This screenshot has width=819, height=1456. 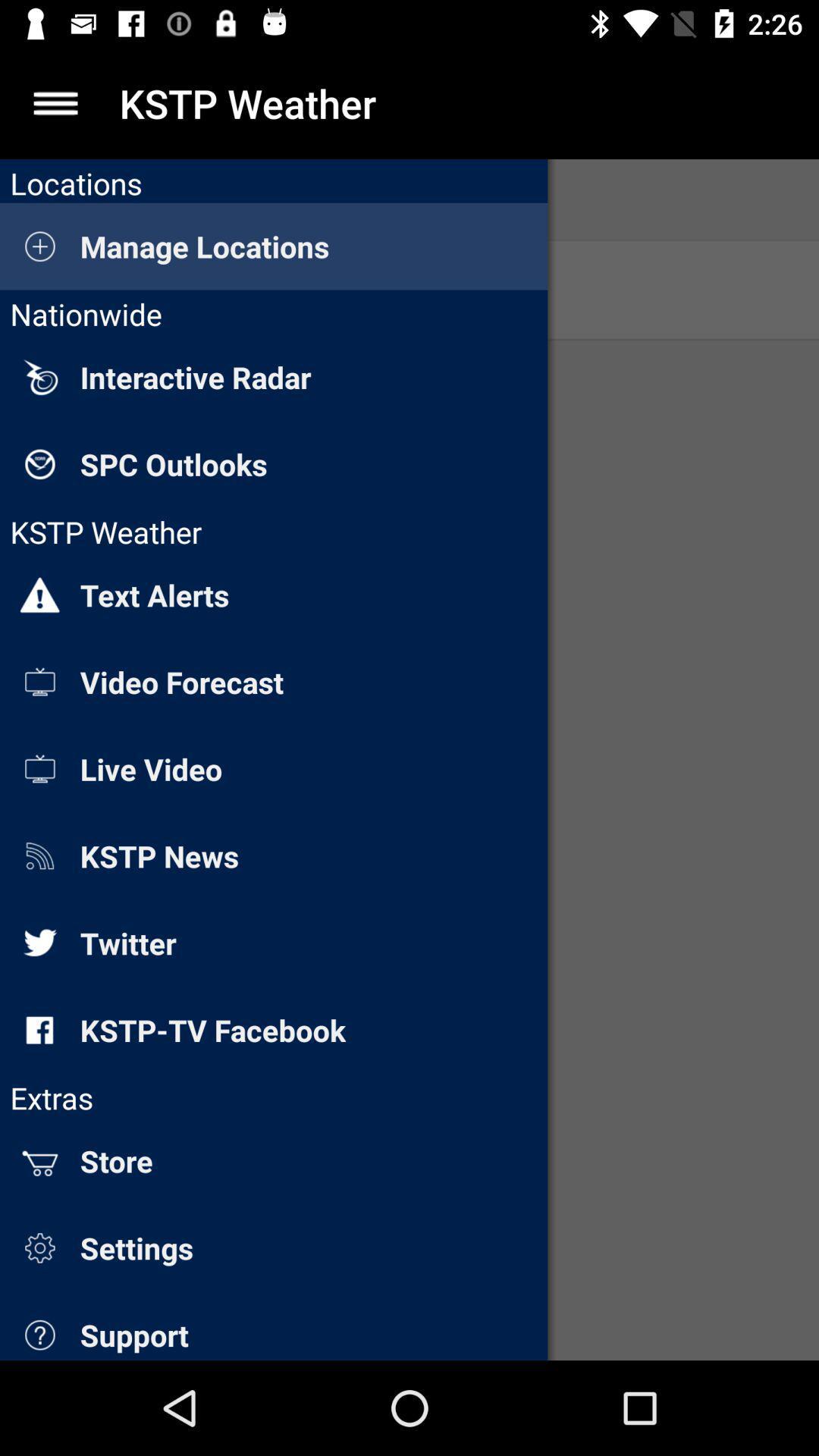 What do you see at coordinates (55, 102) in the screenshot?
I see `the menu icon` at bounding box center [55, 102].